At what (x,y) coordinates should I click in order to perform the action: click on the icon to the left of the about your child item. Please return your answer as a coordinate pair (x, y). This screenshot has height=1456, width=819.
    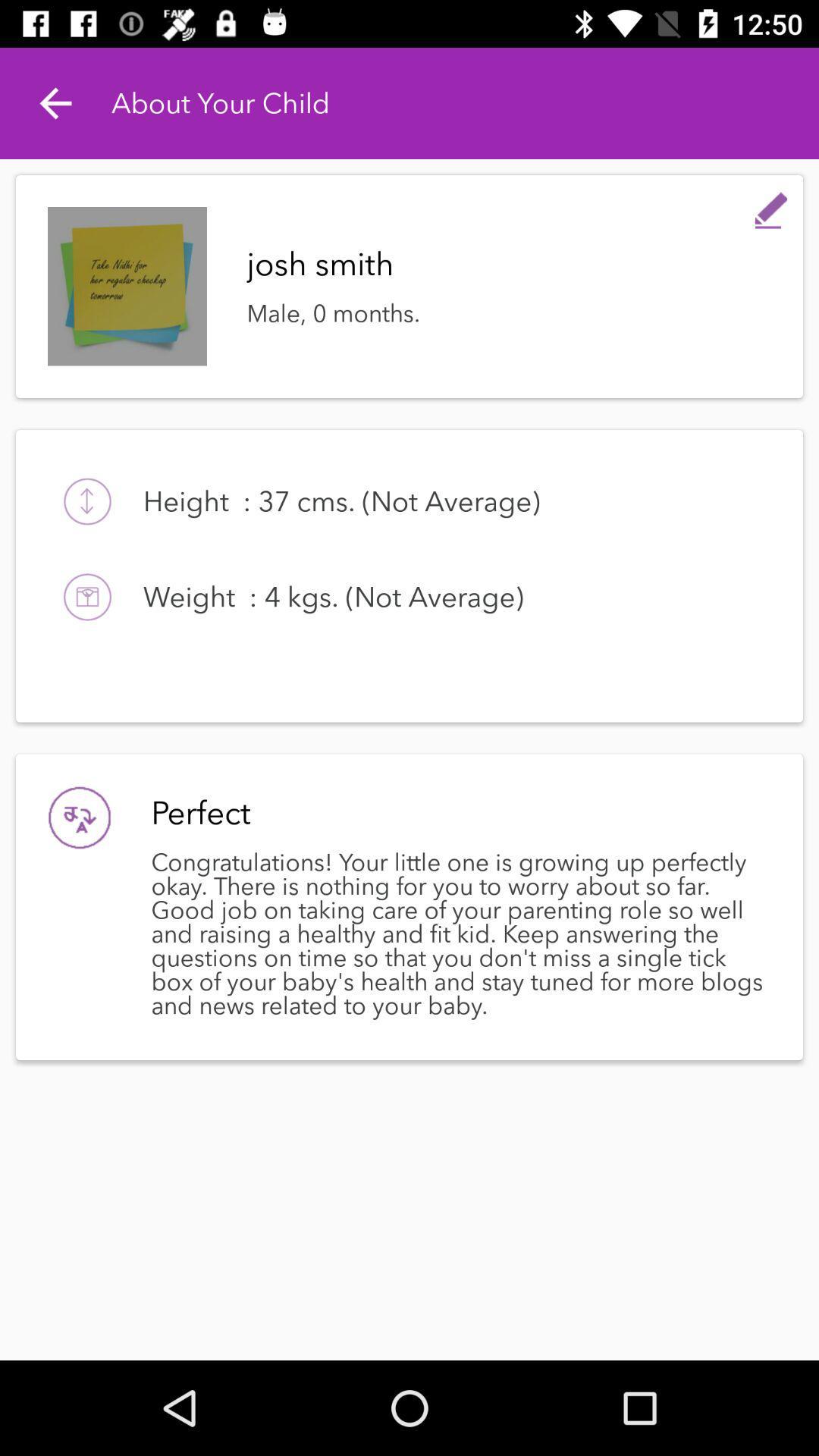
    Looking at the image, I should click on (55, 102).